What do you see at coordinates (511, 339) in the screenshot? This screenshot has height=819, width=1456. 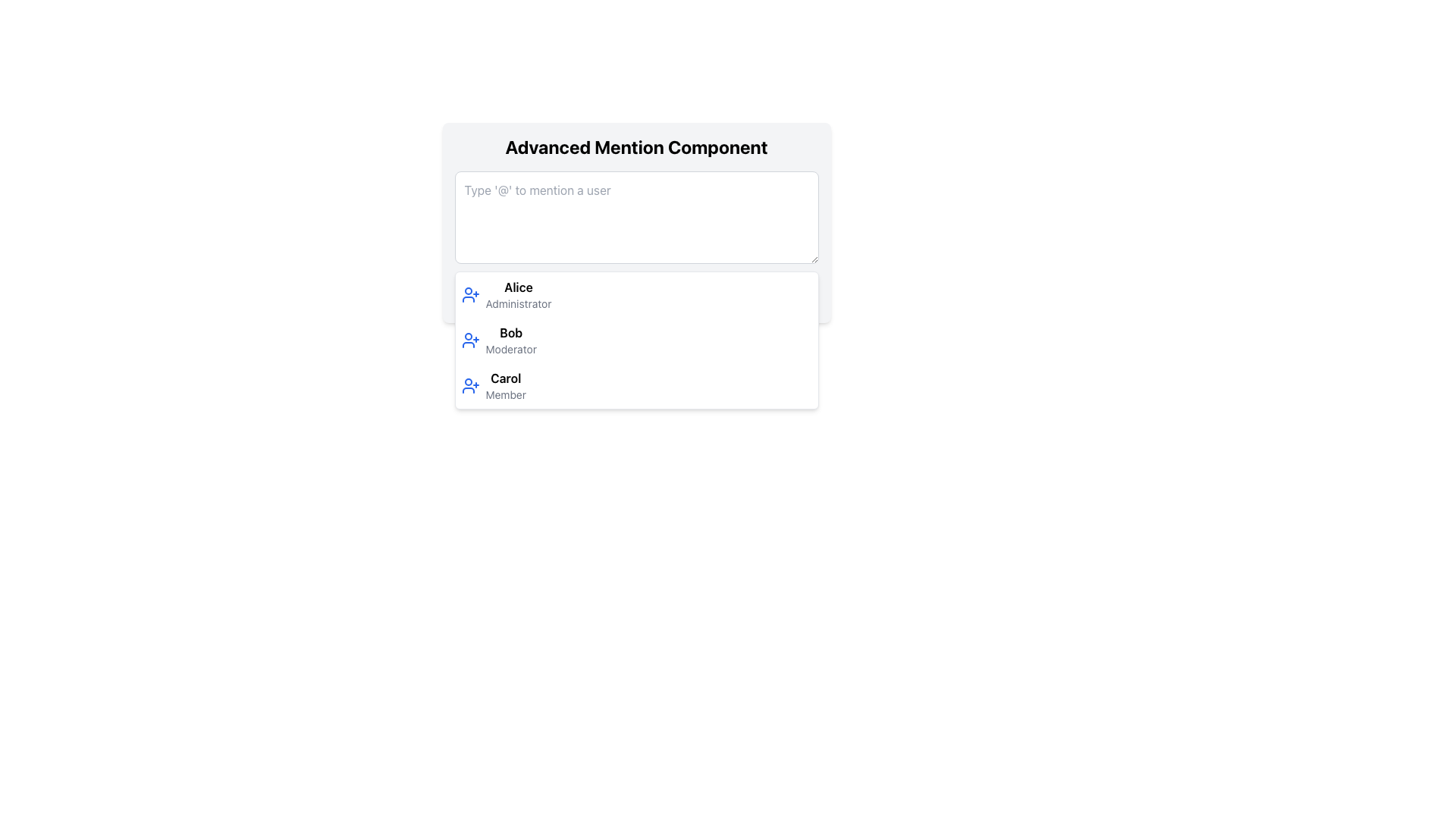 I see `the text label displaying the name 'Bob'` at bounding box center [511, 339].